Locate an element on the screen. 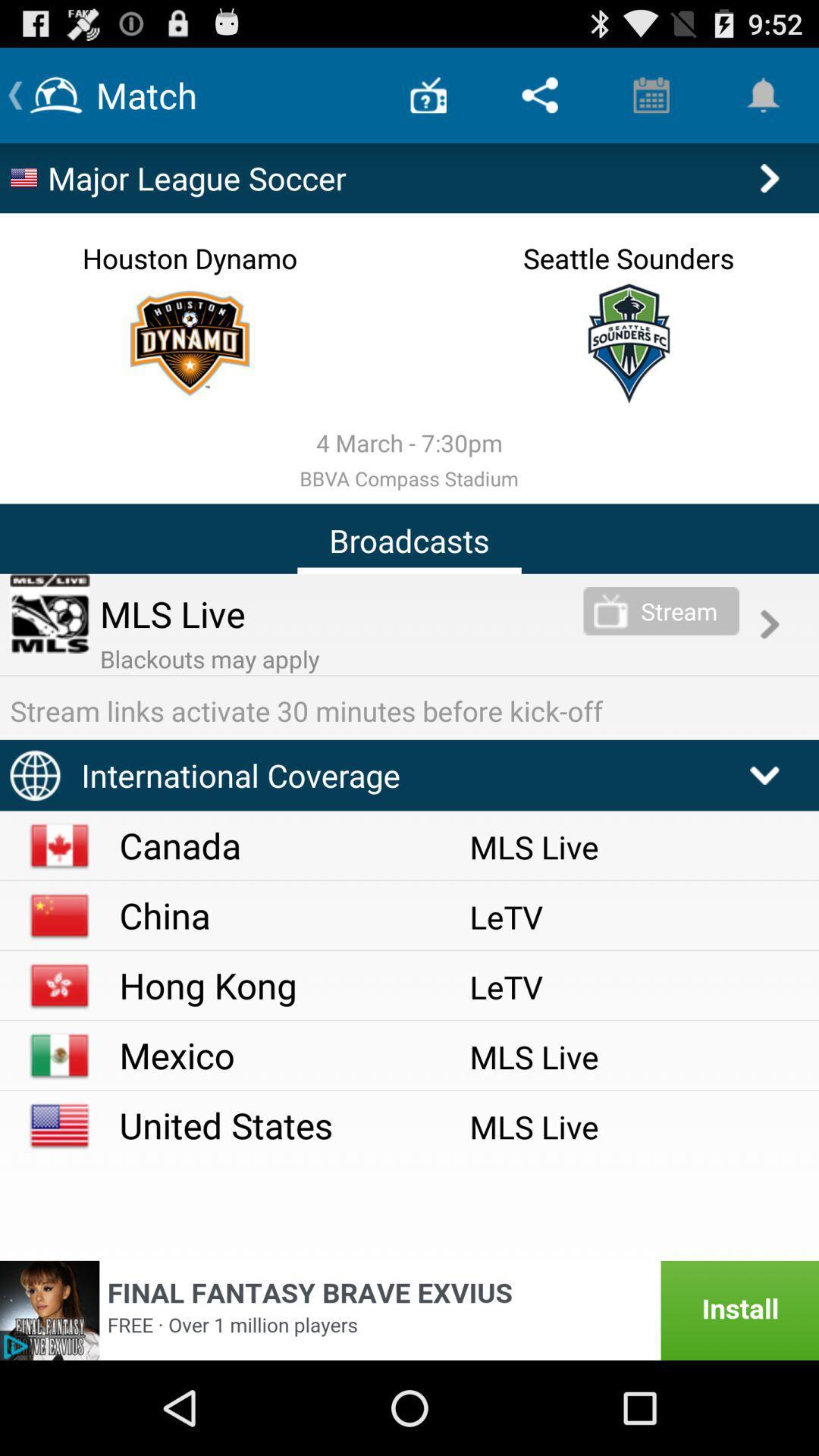 The height and width of the screenshot is (1456, 819). app next to the match item is located at coordinates (428, 94).